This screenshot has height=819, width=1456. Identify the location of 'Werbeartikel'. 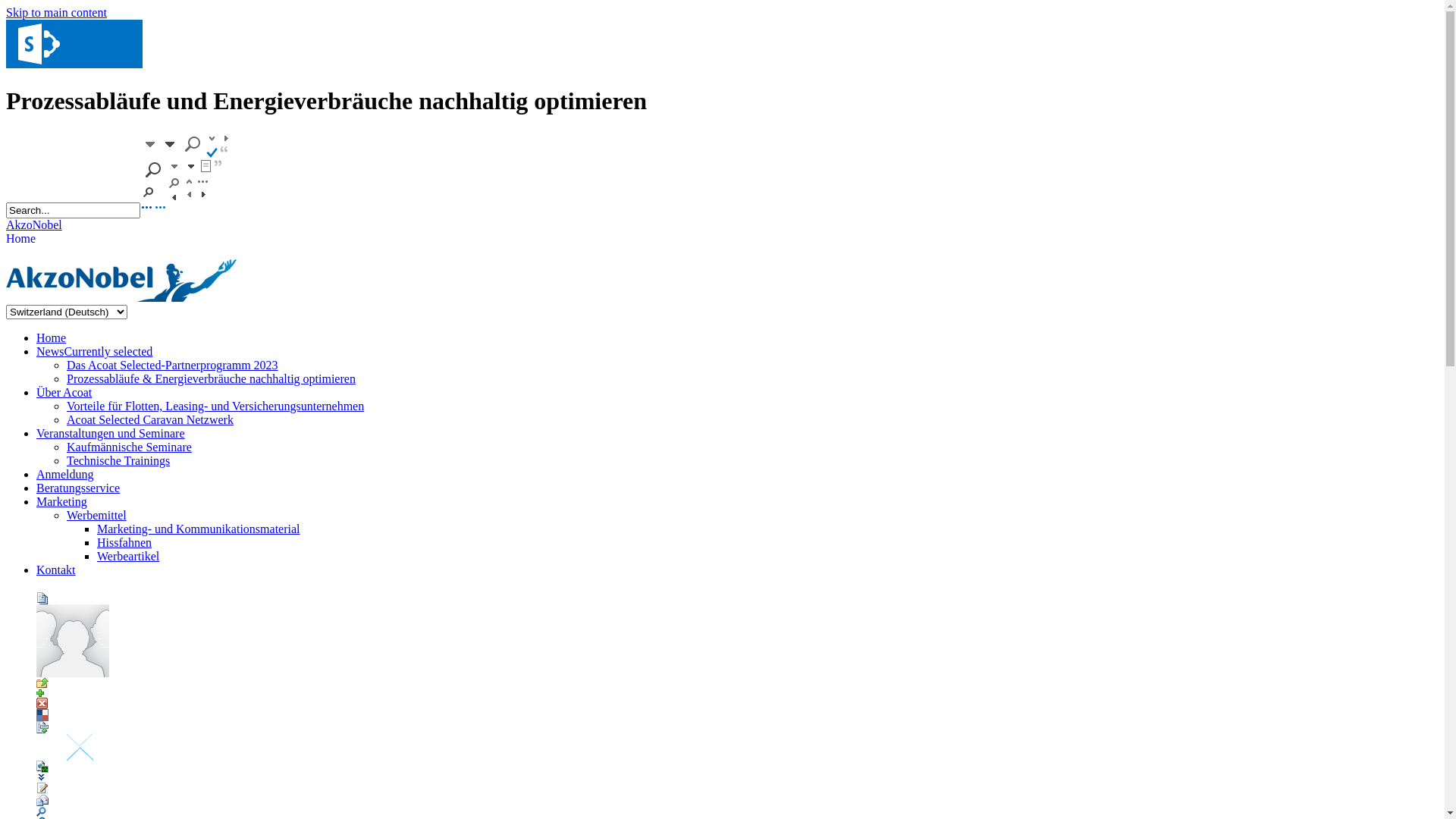
(127, 556).